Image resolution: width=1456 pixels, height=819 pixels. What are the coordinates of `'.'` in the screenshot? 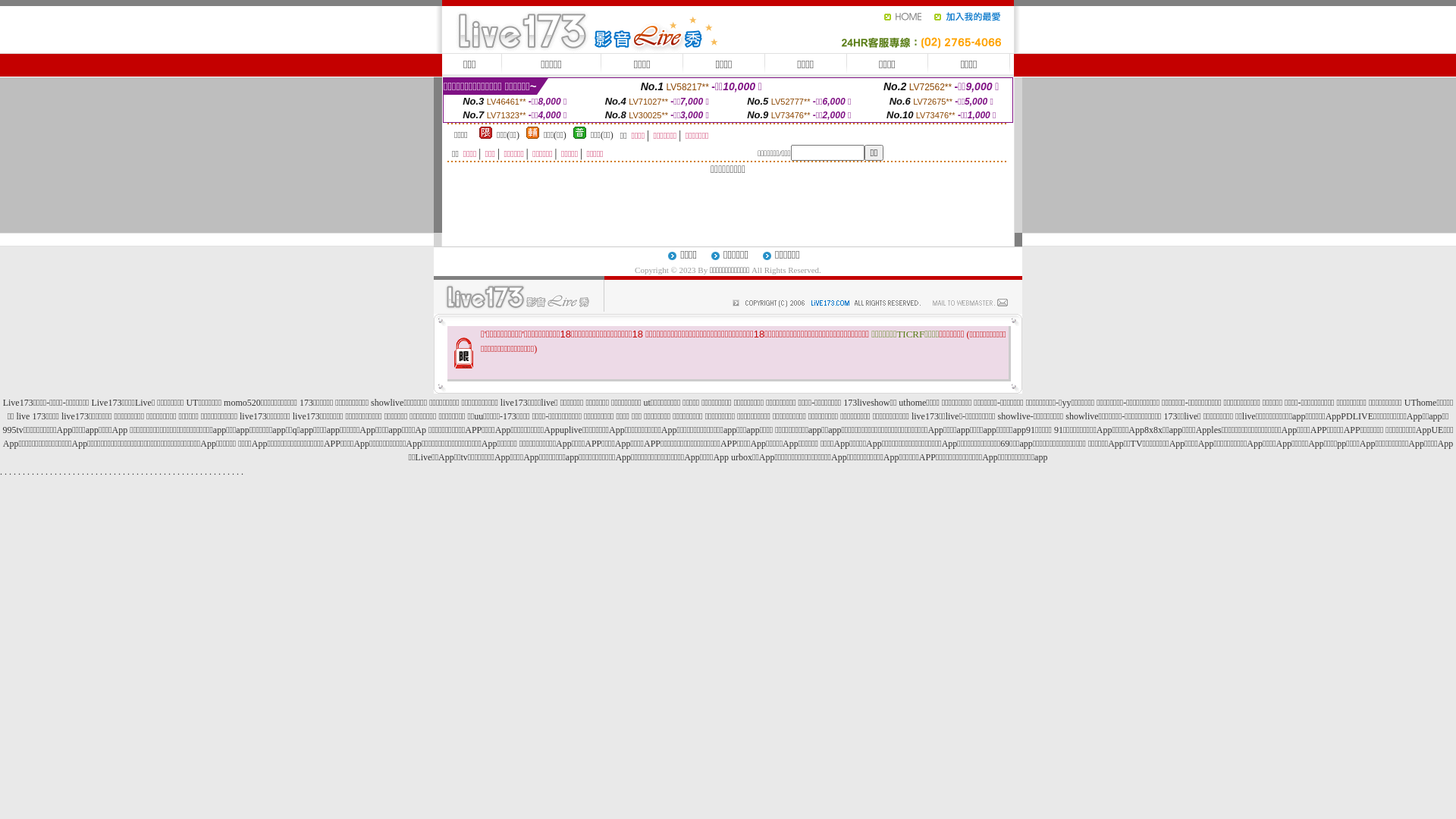 It's located at (208, 470).